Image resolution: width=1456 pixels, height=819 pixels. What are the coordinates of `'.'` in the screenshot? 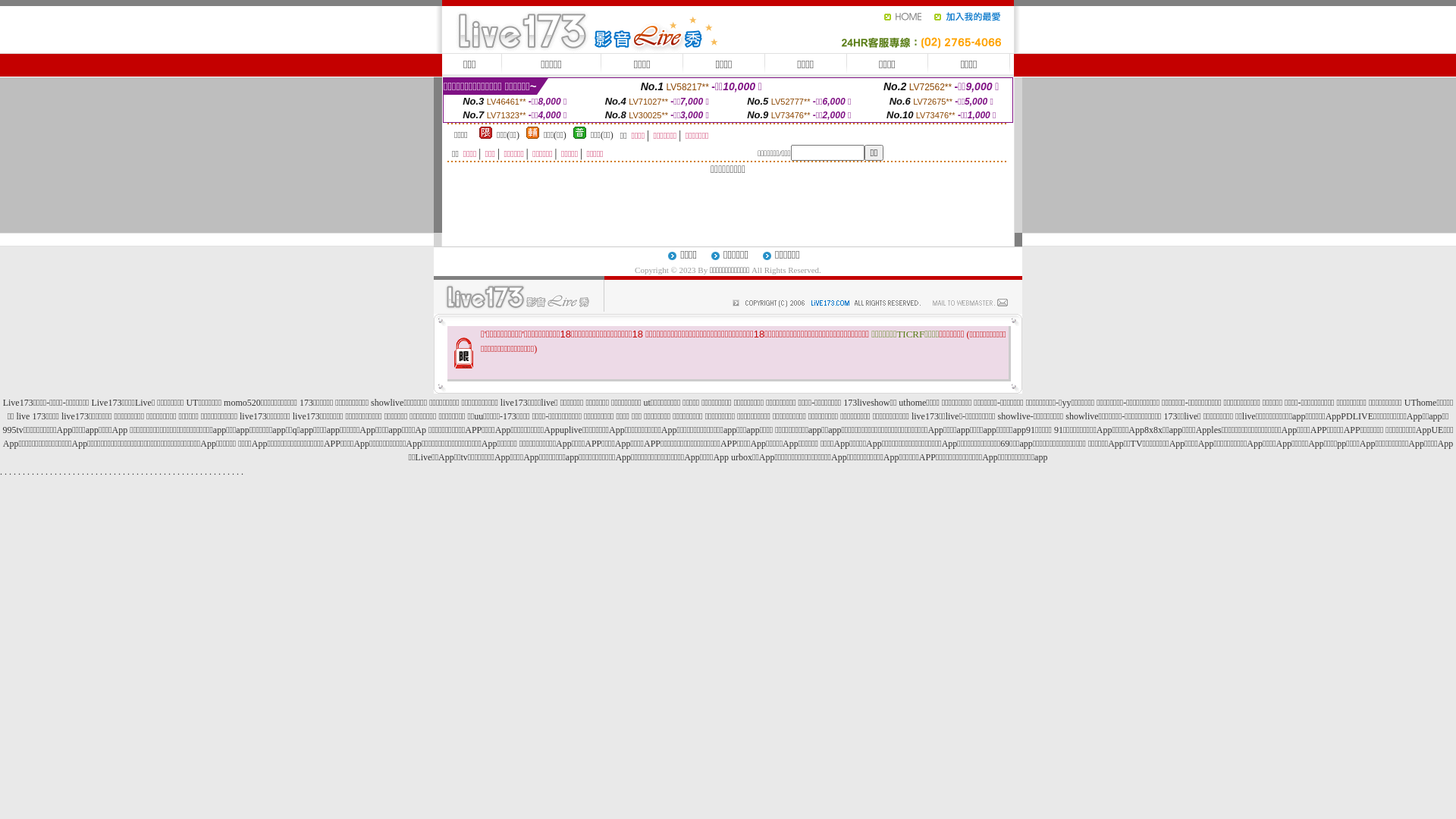 It's located at (208, 470).